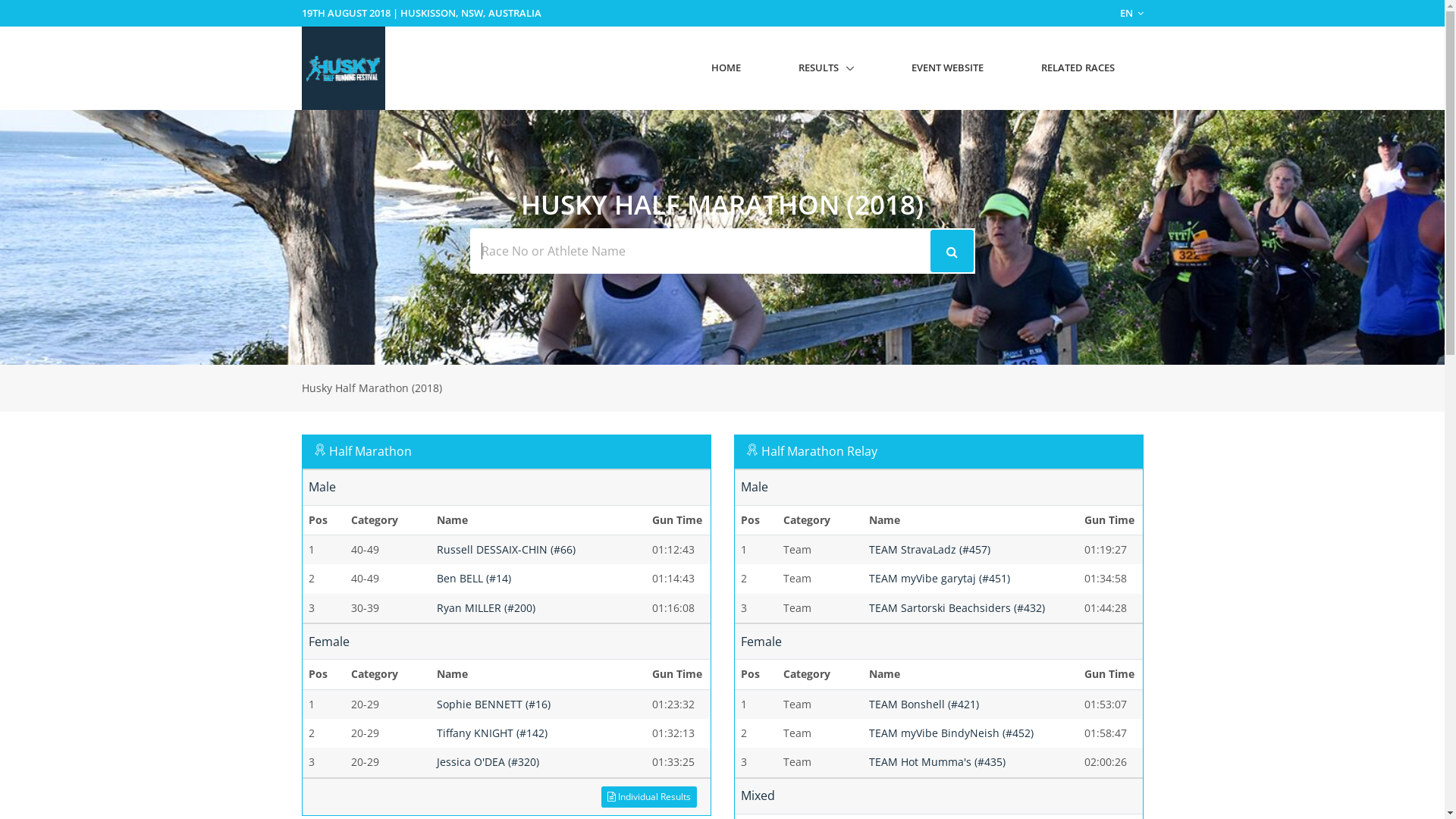  Describe the element at coordinates (818, 450) in the screenshot. I see `'Half Marathon Relay'` at that location.